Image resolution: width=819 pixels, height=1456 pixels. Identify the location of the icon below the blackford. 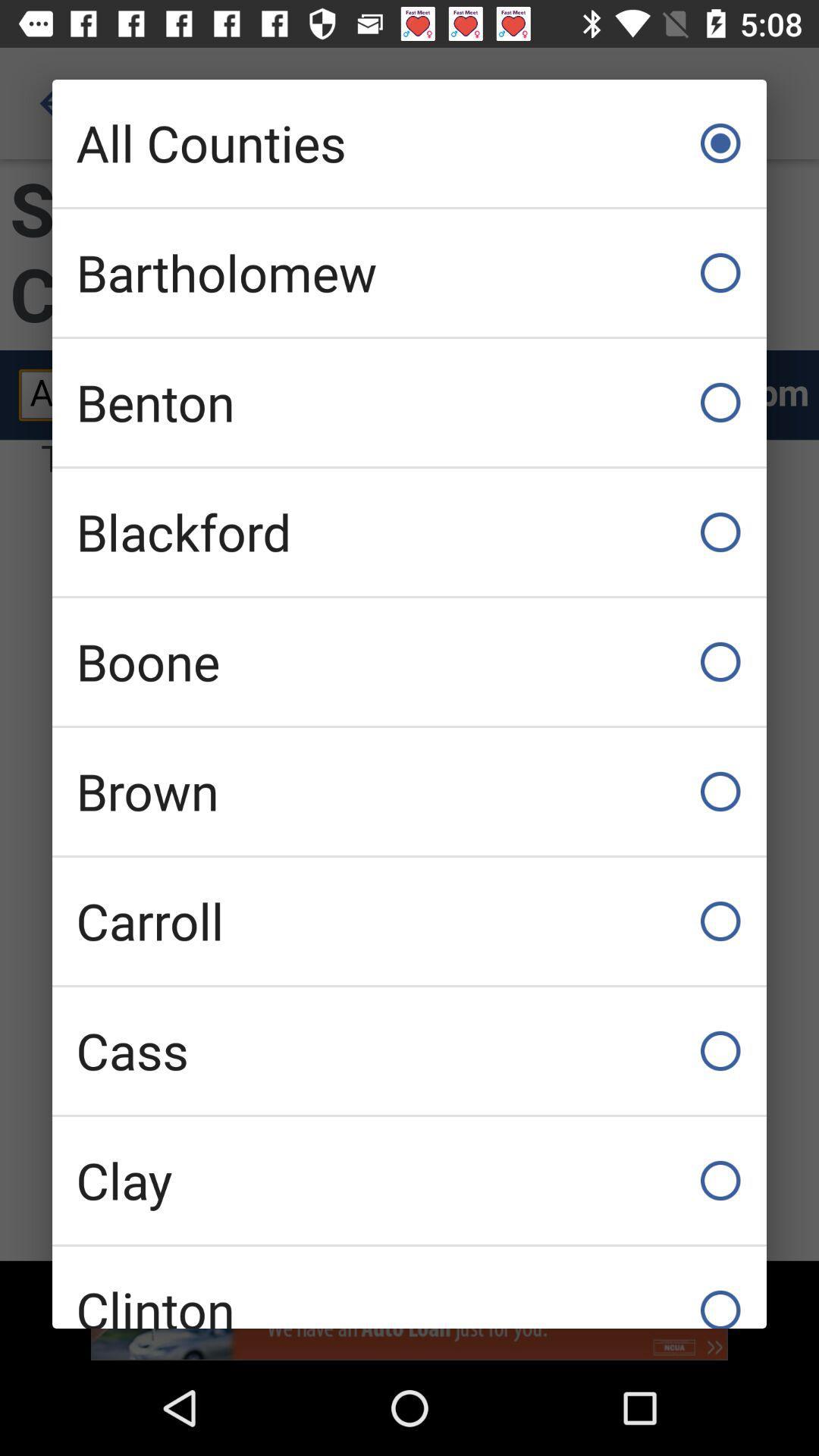
(409, 662).